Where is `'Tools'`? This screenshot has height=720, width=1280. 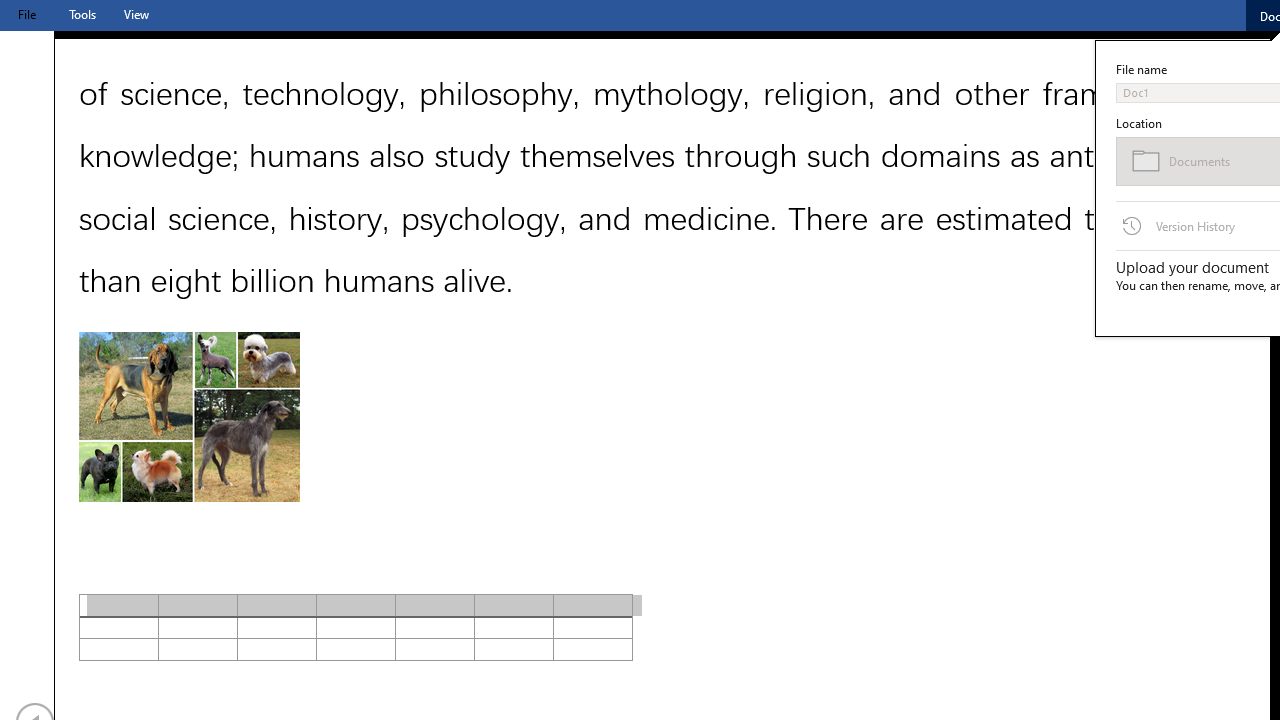 'Tools' is located at coordinates (81, 14).